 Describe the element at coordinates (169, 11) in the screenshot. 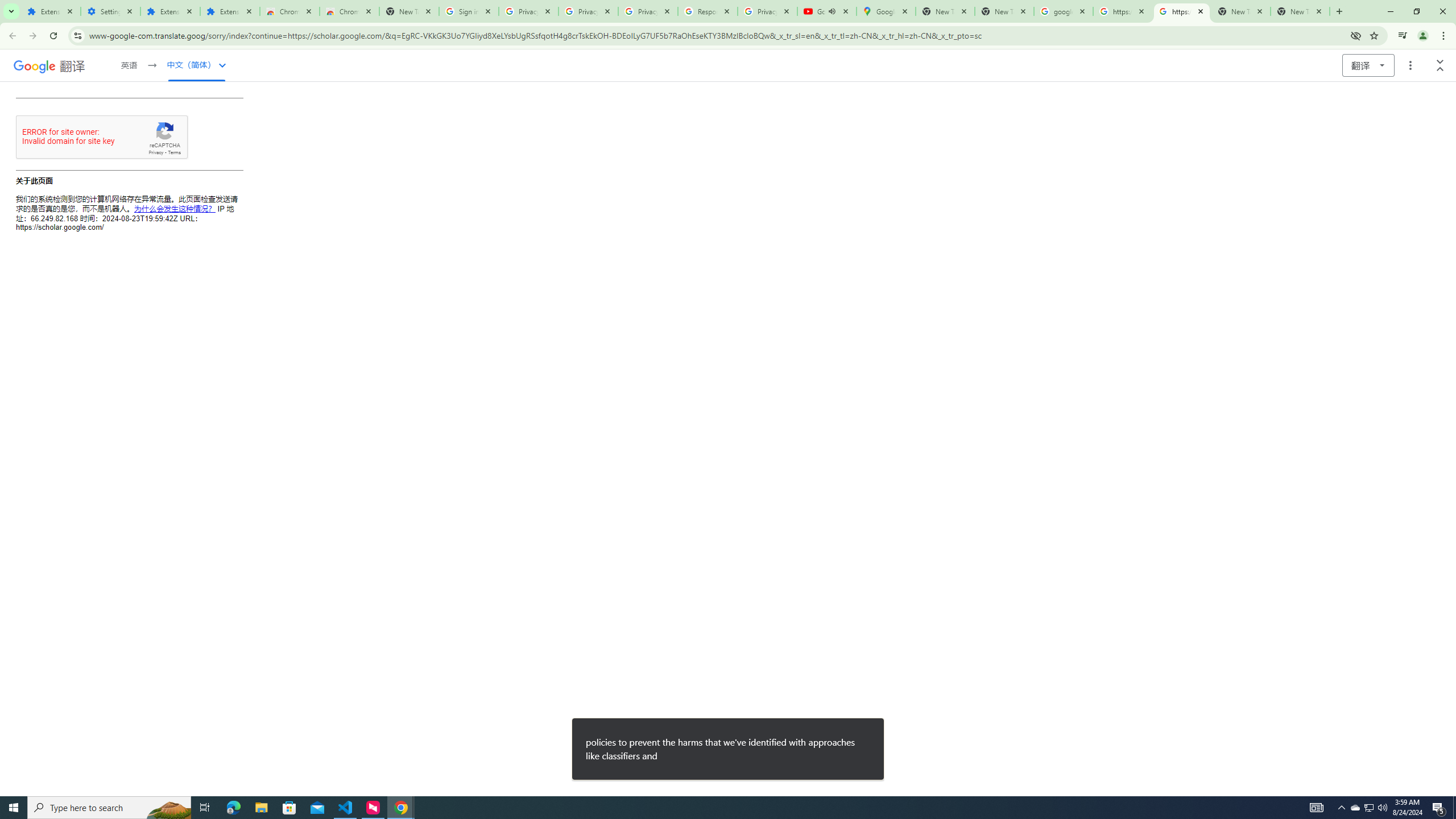

I see `'Extensions'` at that location.